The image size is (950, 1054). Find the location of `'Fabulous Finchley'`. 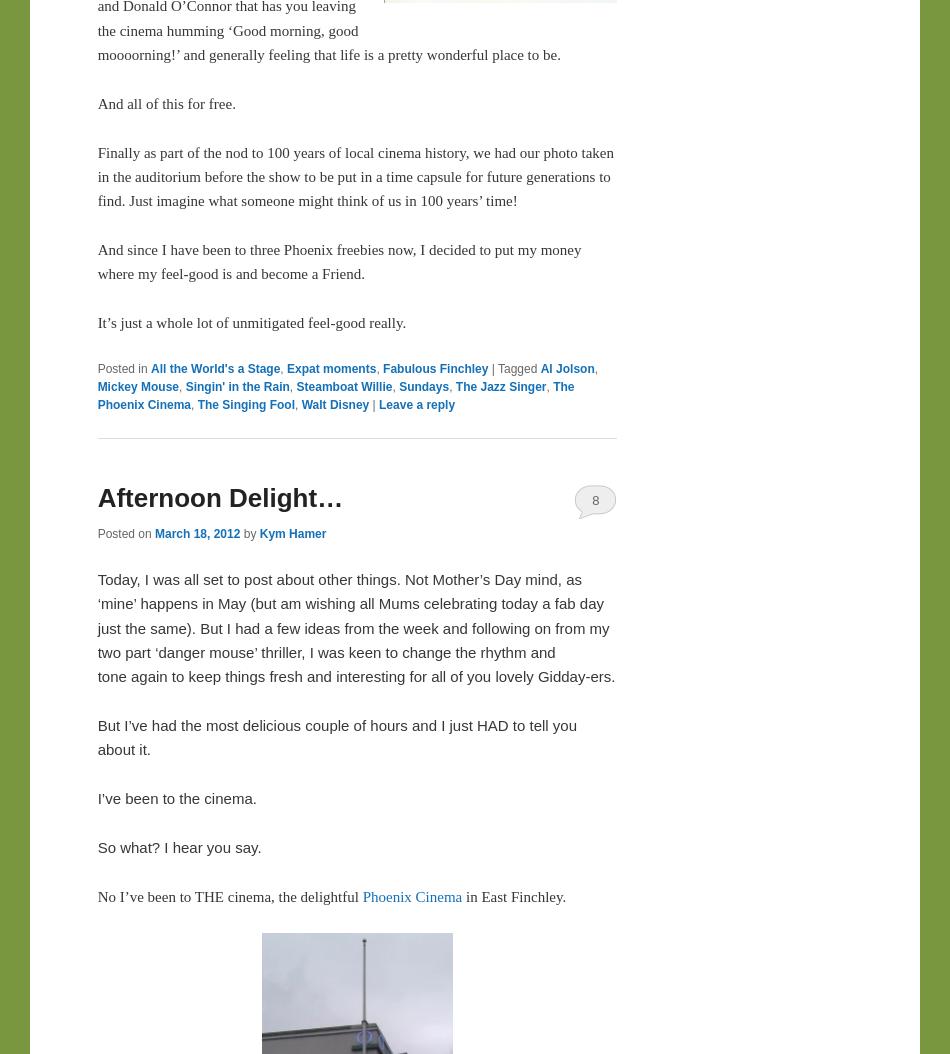

'Fabulous Finchley' is located at coordinates (434, 367).